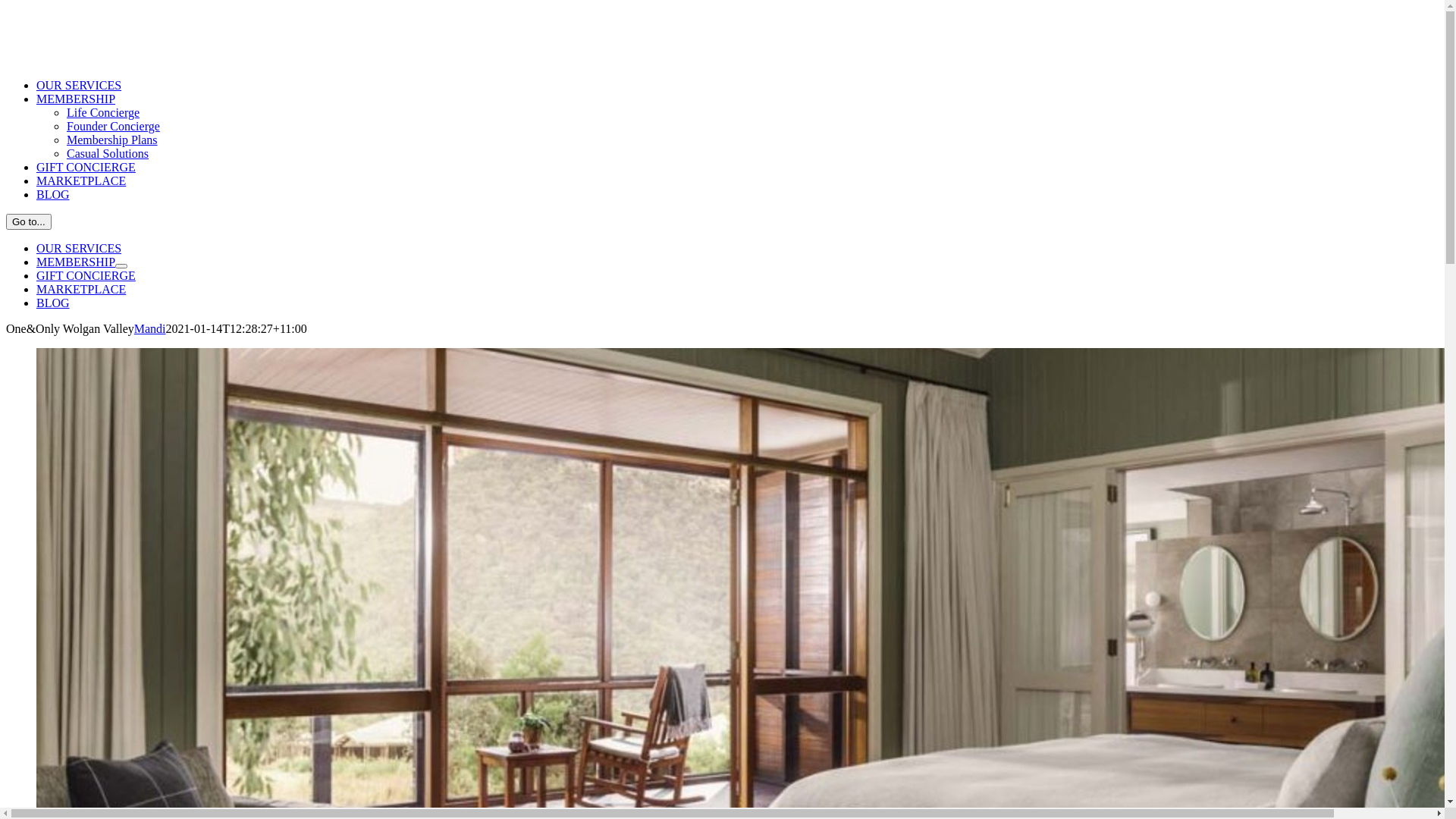 Image resolution: width=1456 pixels, height=819 pixels. Describe the element at coordinates (80, 289) in the screenshot. I see `'MARKETPLACE'` at that location.